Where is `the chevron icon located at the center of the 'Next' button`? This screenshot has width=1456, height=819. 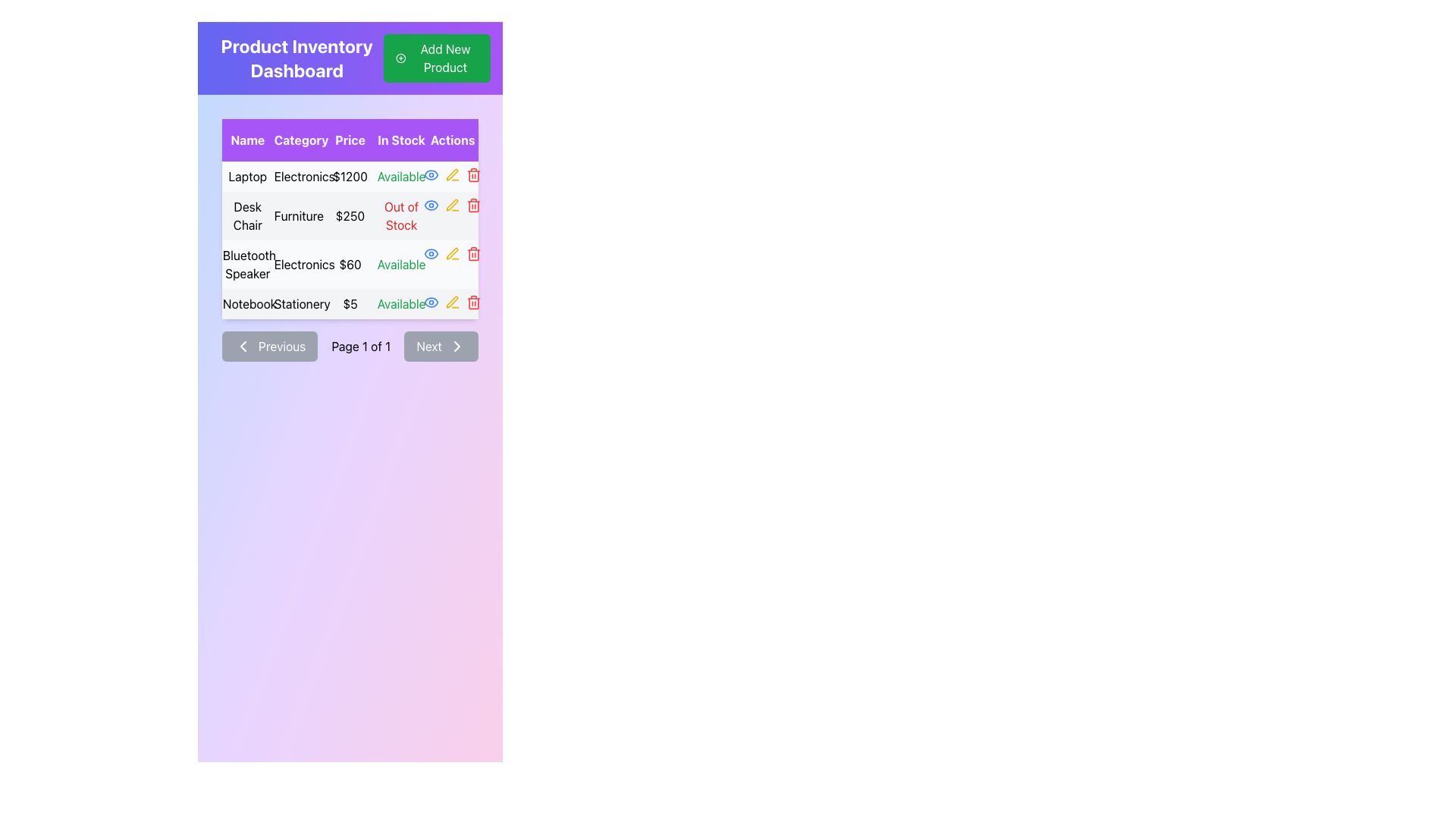
the chevron icon located at the center of the 'Next' button is located at coordinates (457, 346).